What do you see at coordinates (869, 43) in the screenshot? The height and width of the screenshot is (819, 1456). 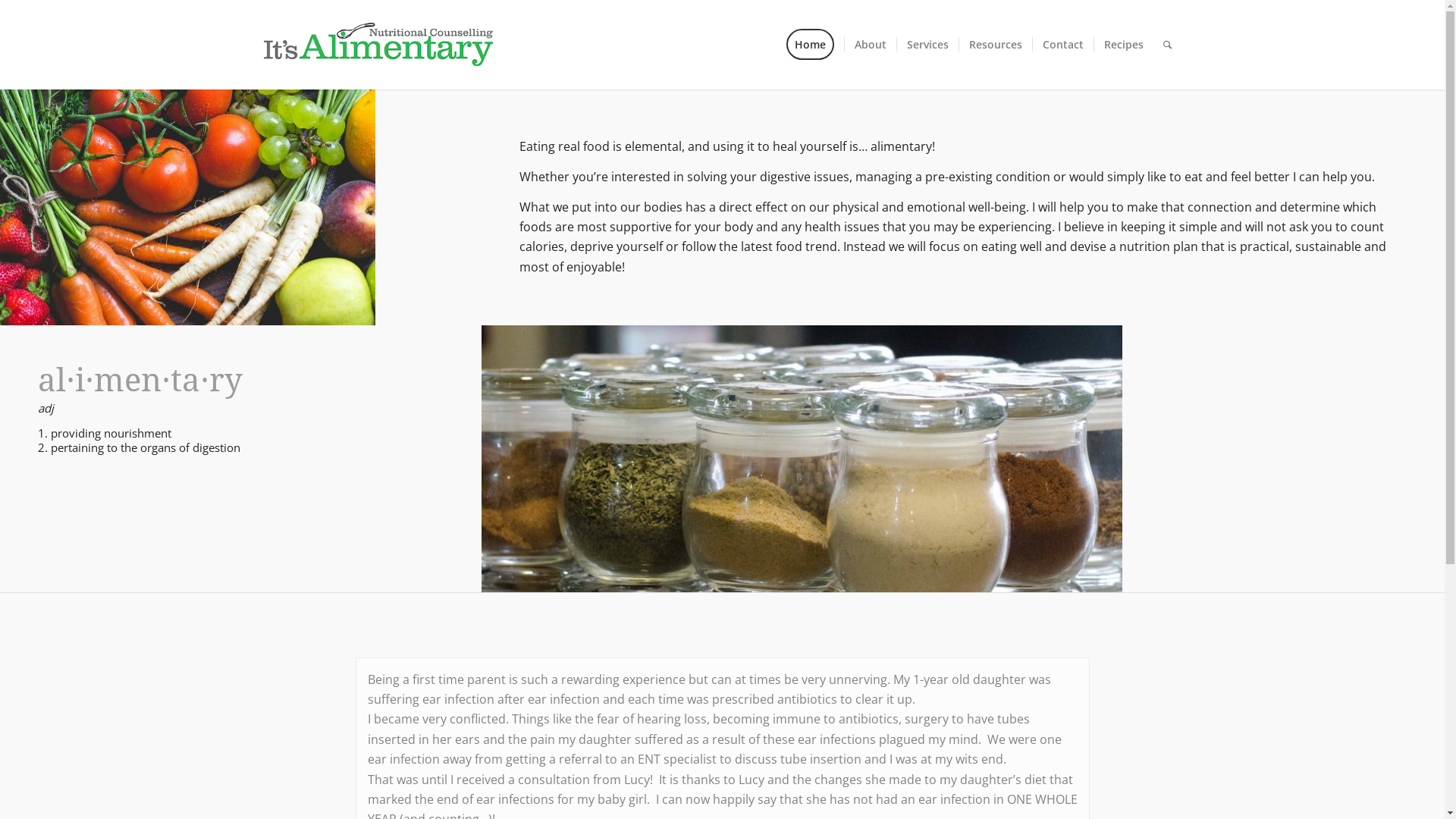 I see `'About'` at bounding box center [869, 43].